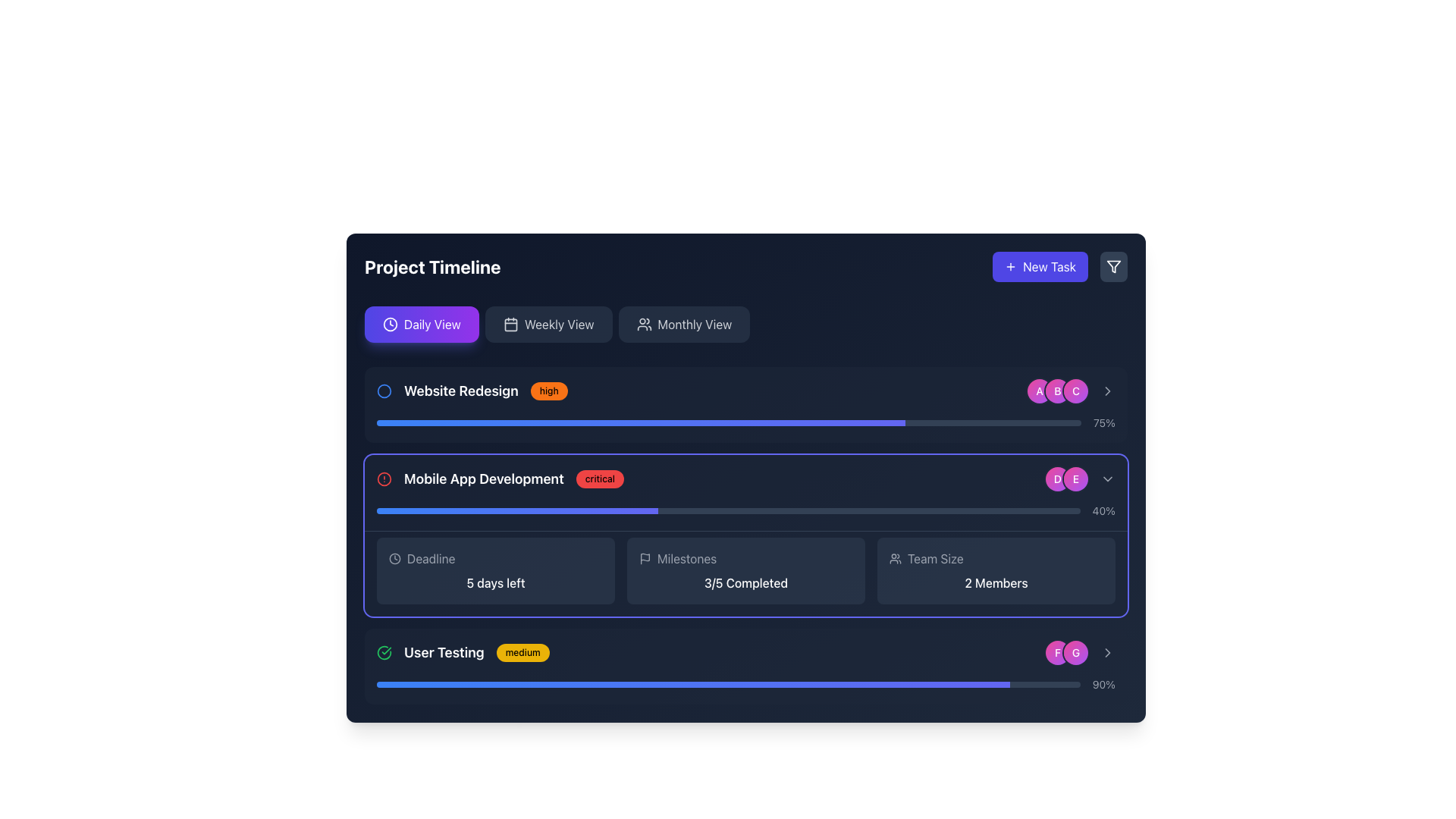 This screenshot has height=819, width=1456. I want to click on the progress value, so click(946, 684).